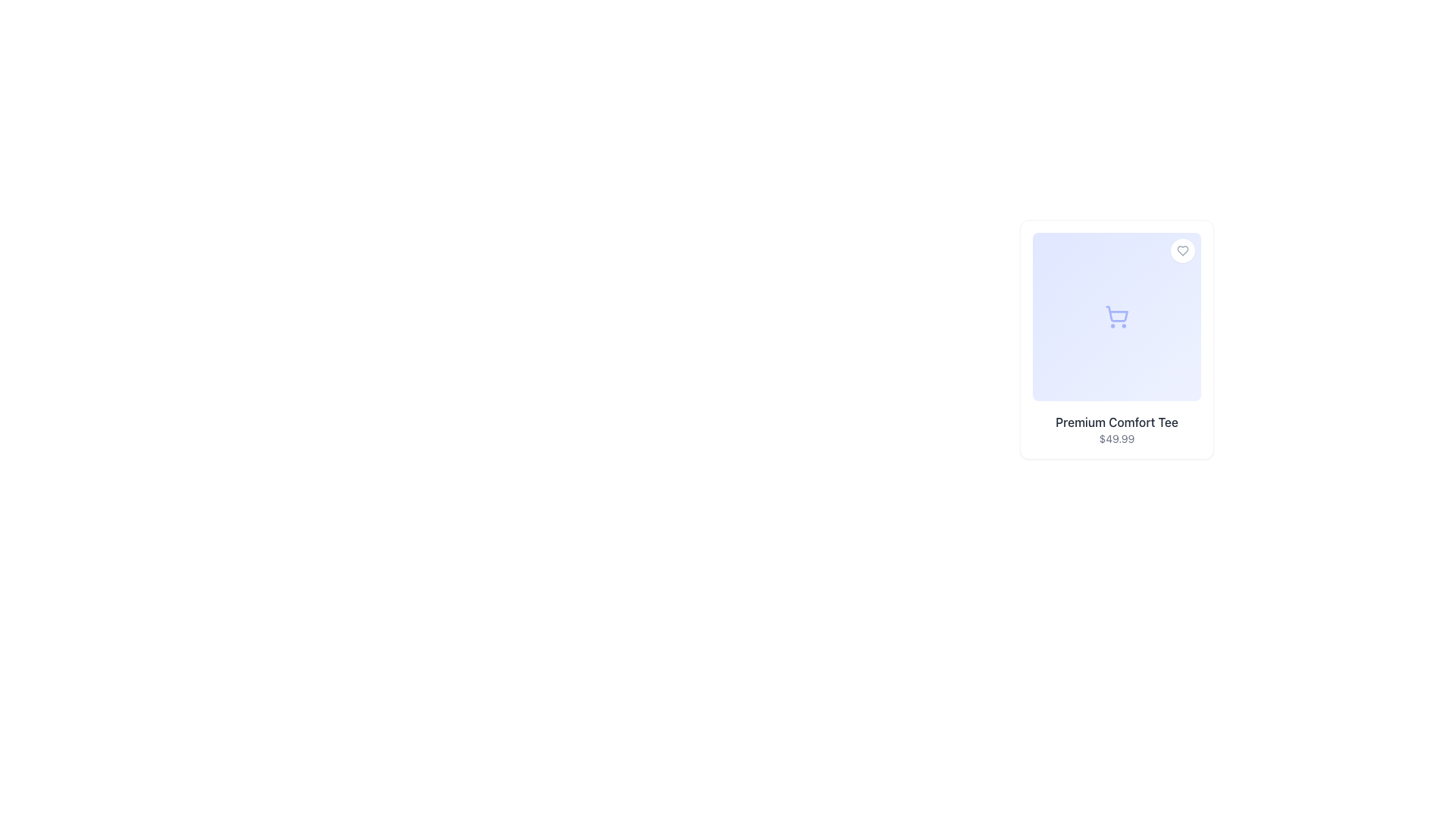 The height and width of the screenshot is (819, 1456). I want to click on the circular button with a heart outline icon located in the top-right corner of the product card, so click(1182, 250).